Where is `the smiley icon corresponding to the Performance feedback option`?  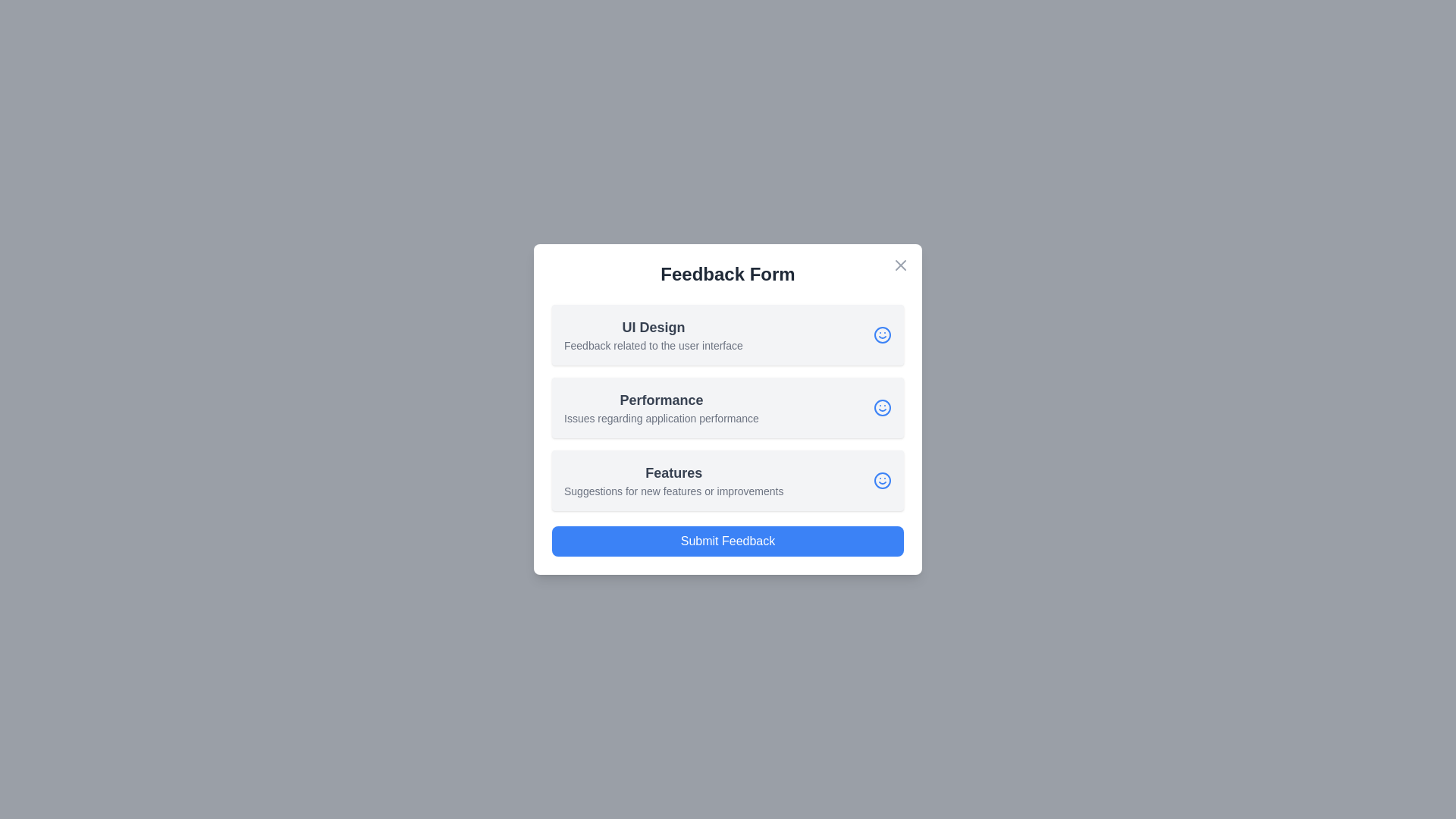
the smiley icon corresponding to the Performance feedback option is located at coordinates (882, 406).